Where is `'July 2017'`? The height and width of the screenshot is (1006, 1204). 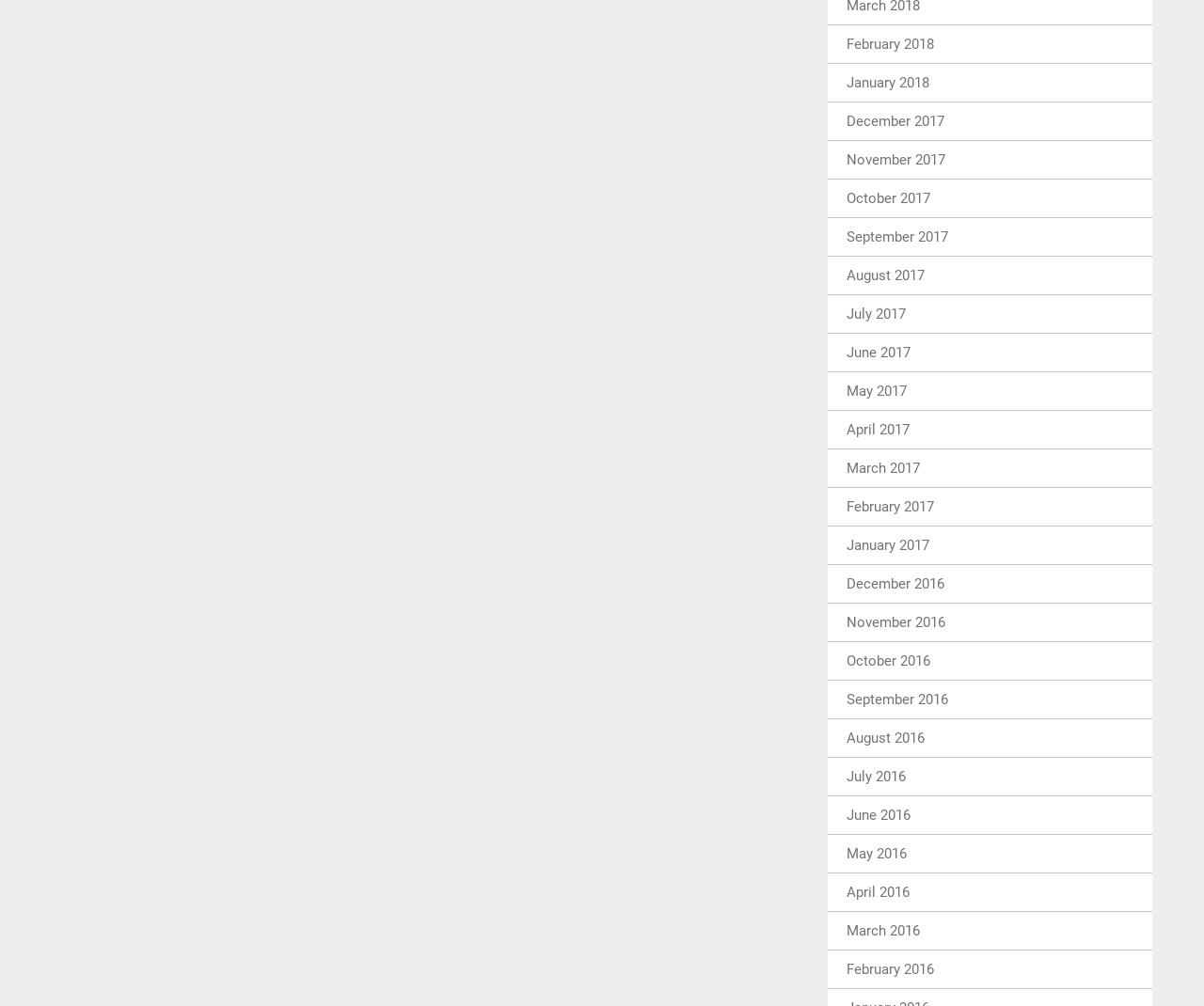
'July 2017' is located at coordinates (875, 312).